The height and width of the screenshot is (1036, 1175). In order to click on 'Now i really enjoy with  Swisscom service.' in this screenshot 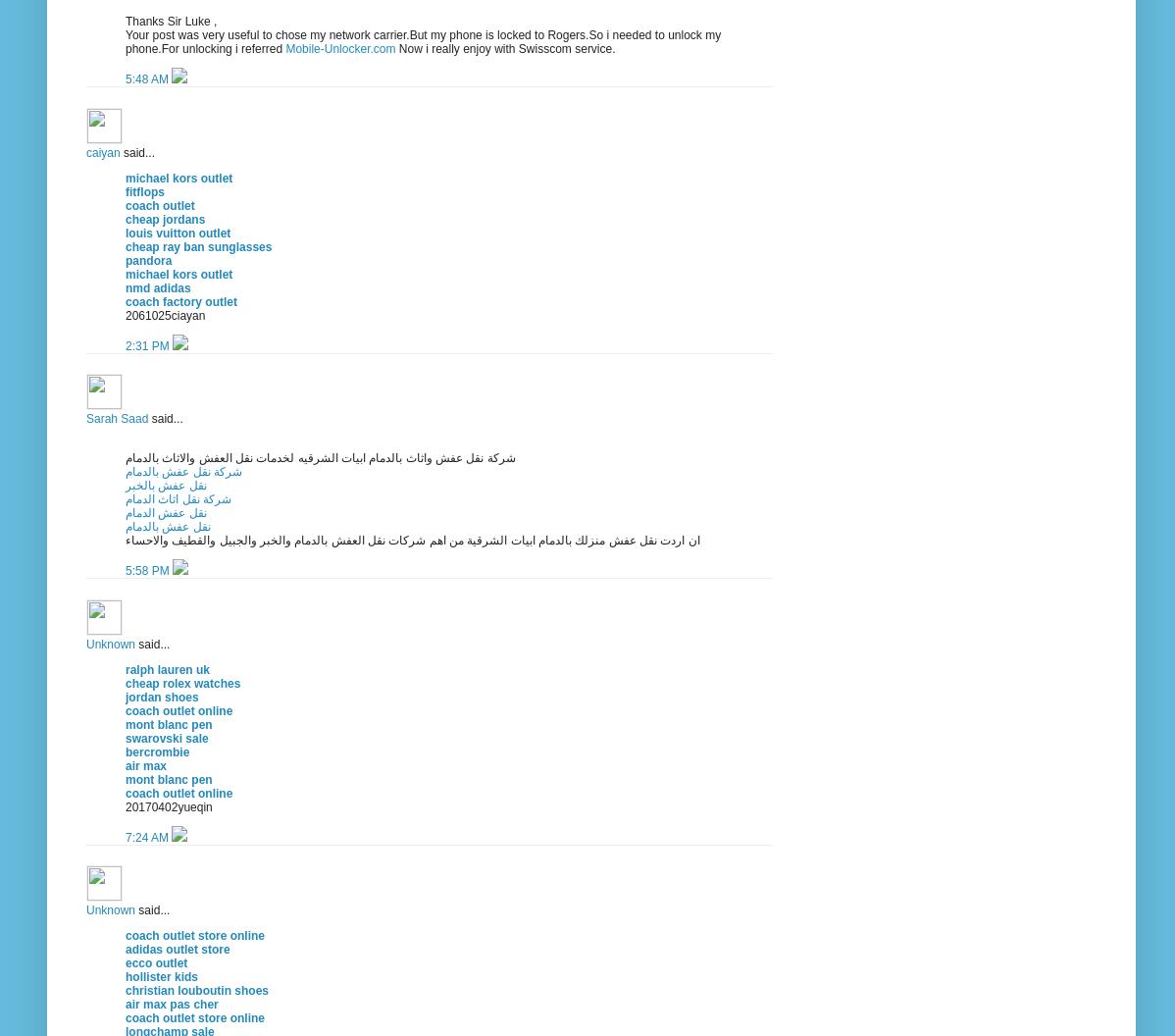, I will do `click(504, 48)`.